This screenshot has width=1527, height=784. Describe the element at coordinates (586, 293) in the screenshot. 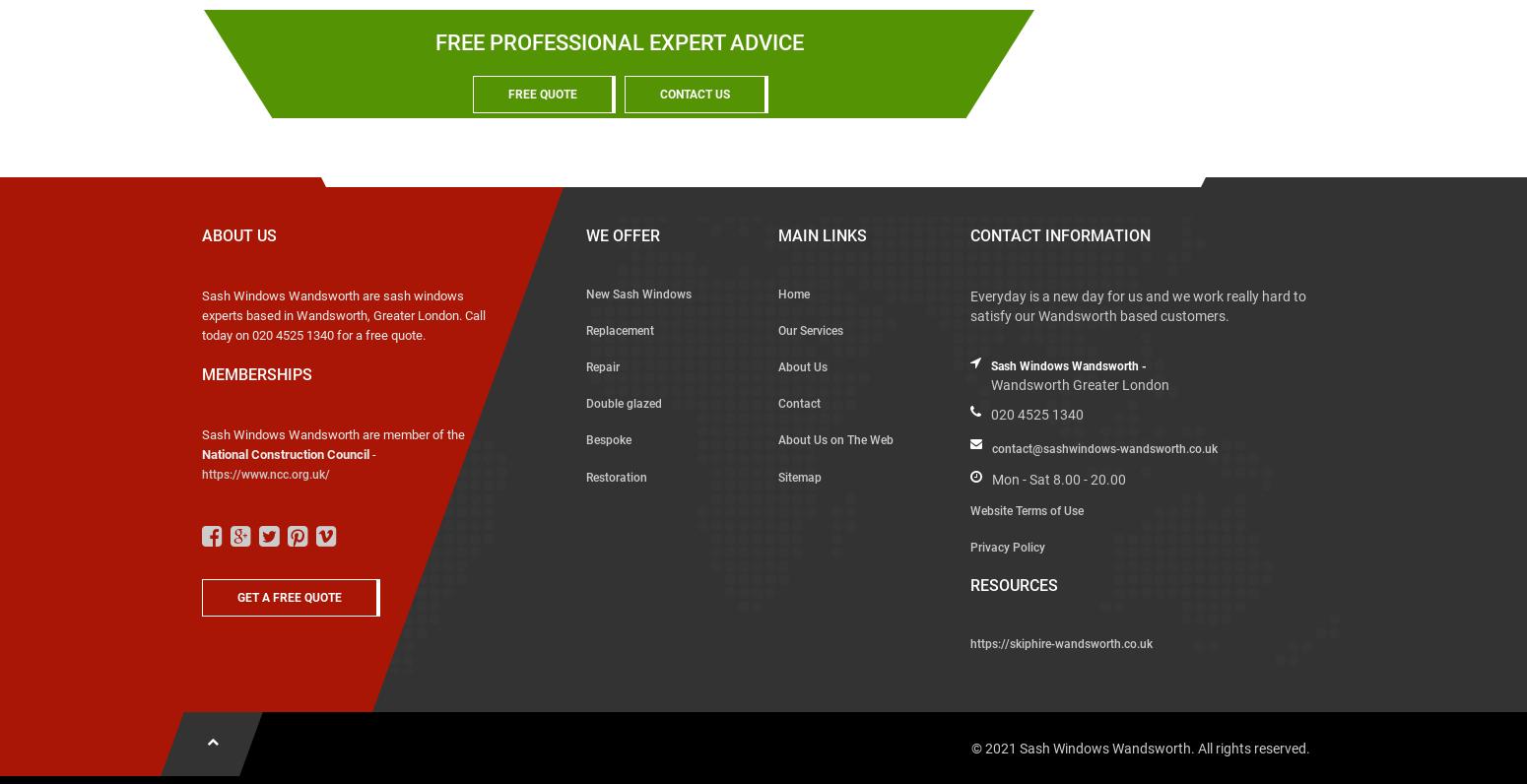

I see `'New Sash Windows'` at that location.